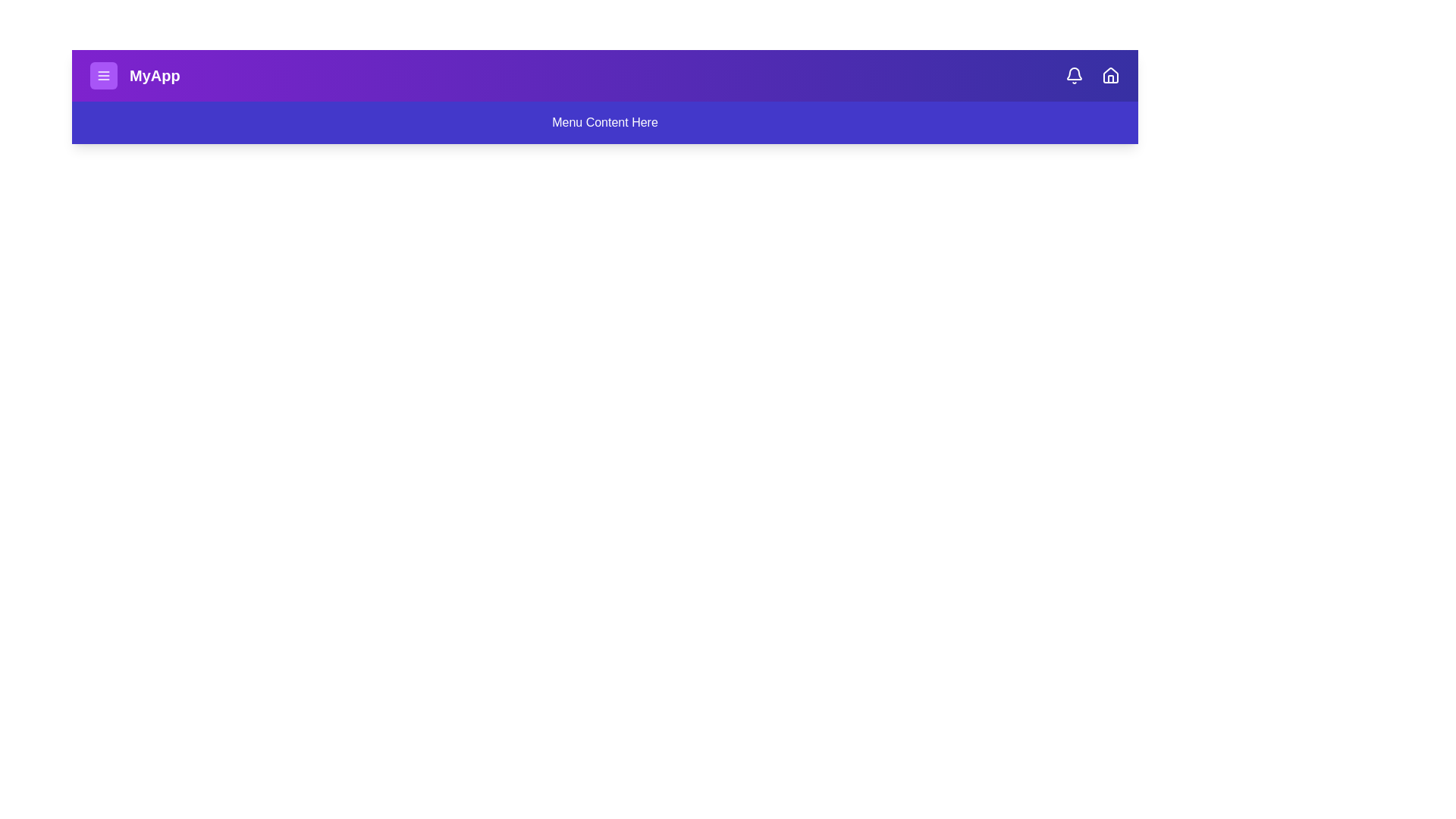  I want to click on menu button to toggle the menu visibility, so click(103, 76).